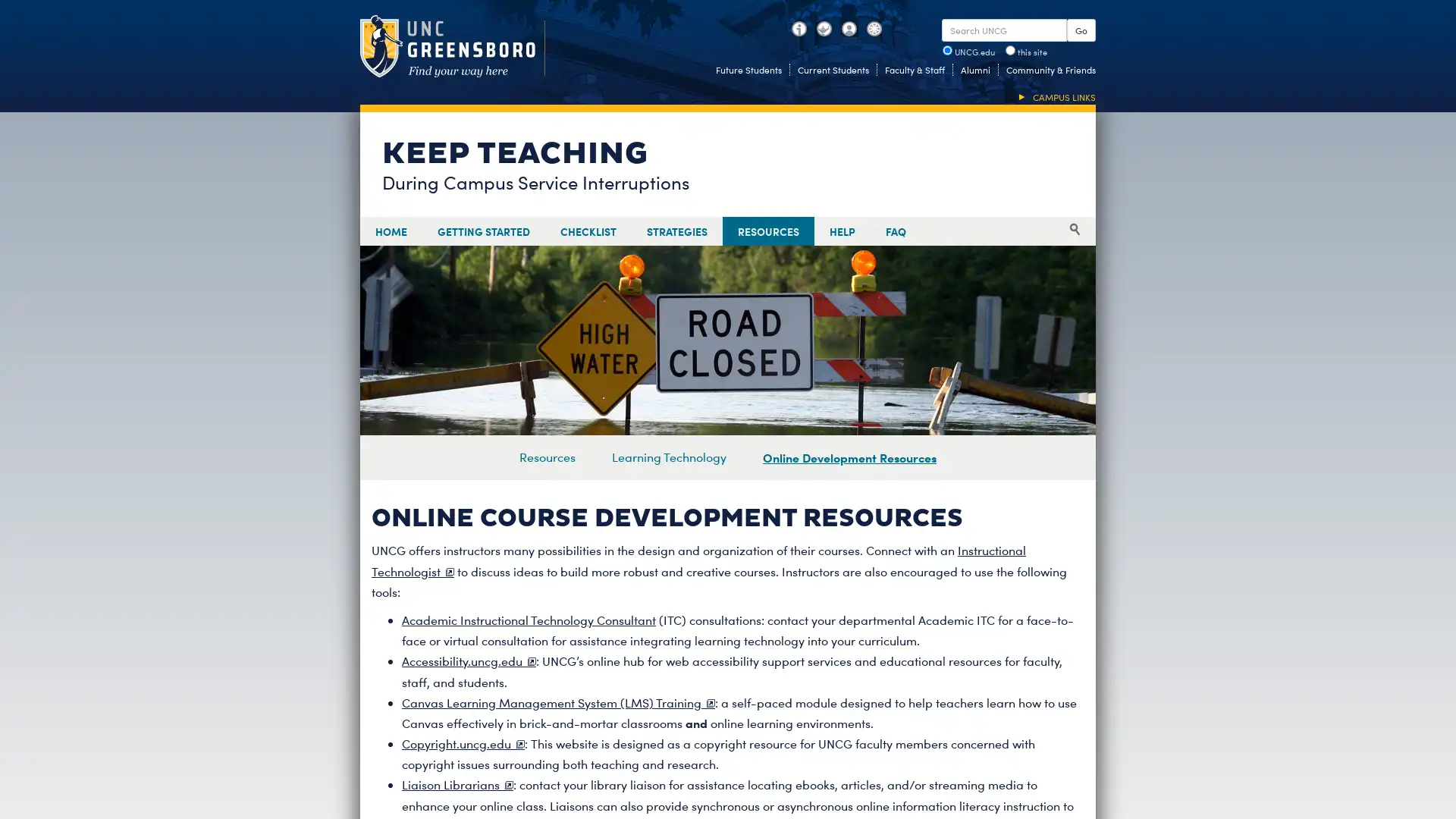 This screenshot has height=819, width=1456. Describe the element at coordinates (1080, 30) in the screenshot. I see `Go` at that location.